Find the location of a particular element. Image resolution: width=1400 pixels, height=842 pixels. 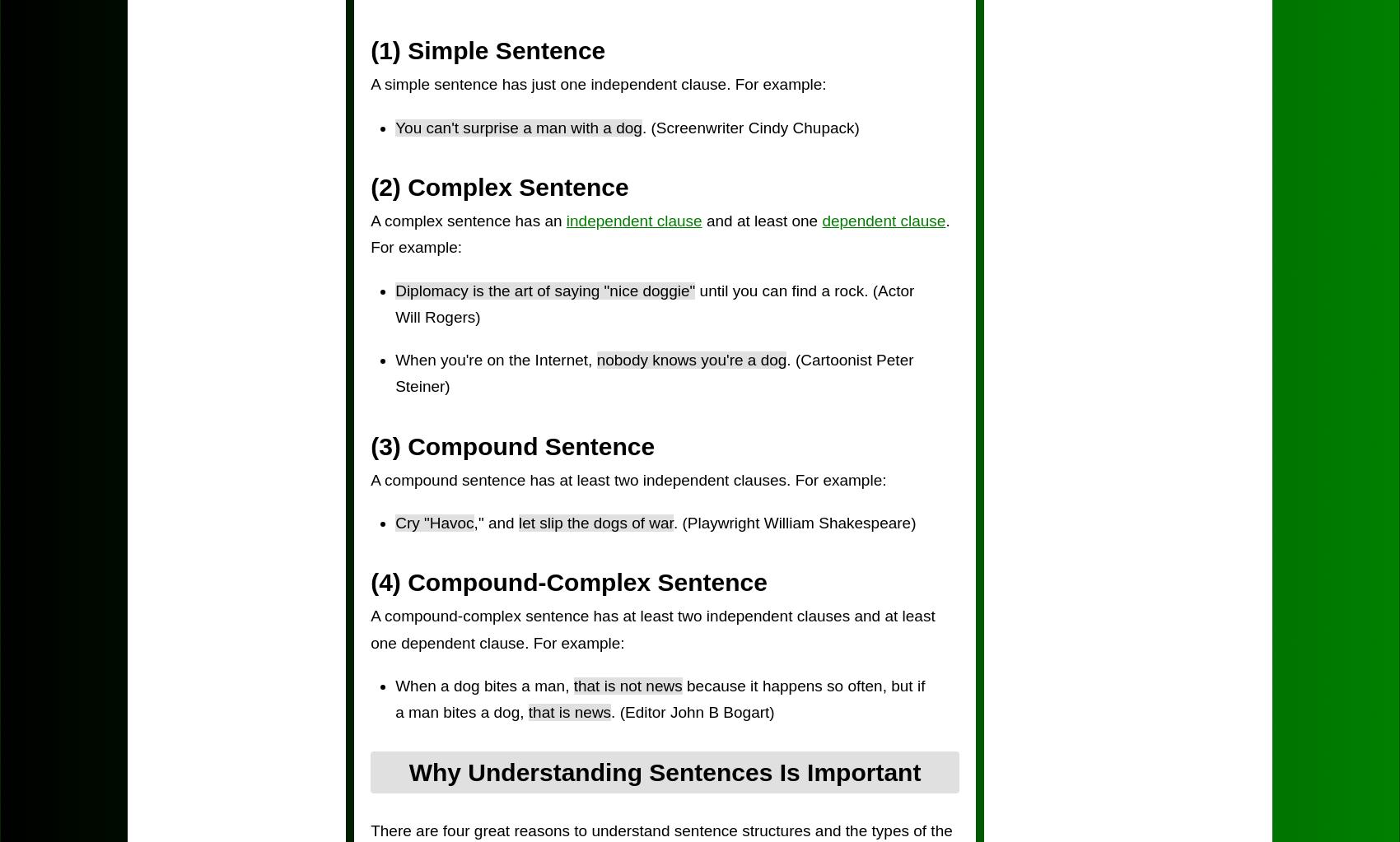

'(2) Complex Sentence' is located at coordinates (498, 185).